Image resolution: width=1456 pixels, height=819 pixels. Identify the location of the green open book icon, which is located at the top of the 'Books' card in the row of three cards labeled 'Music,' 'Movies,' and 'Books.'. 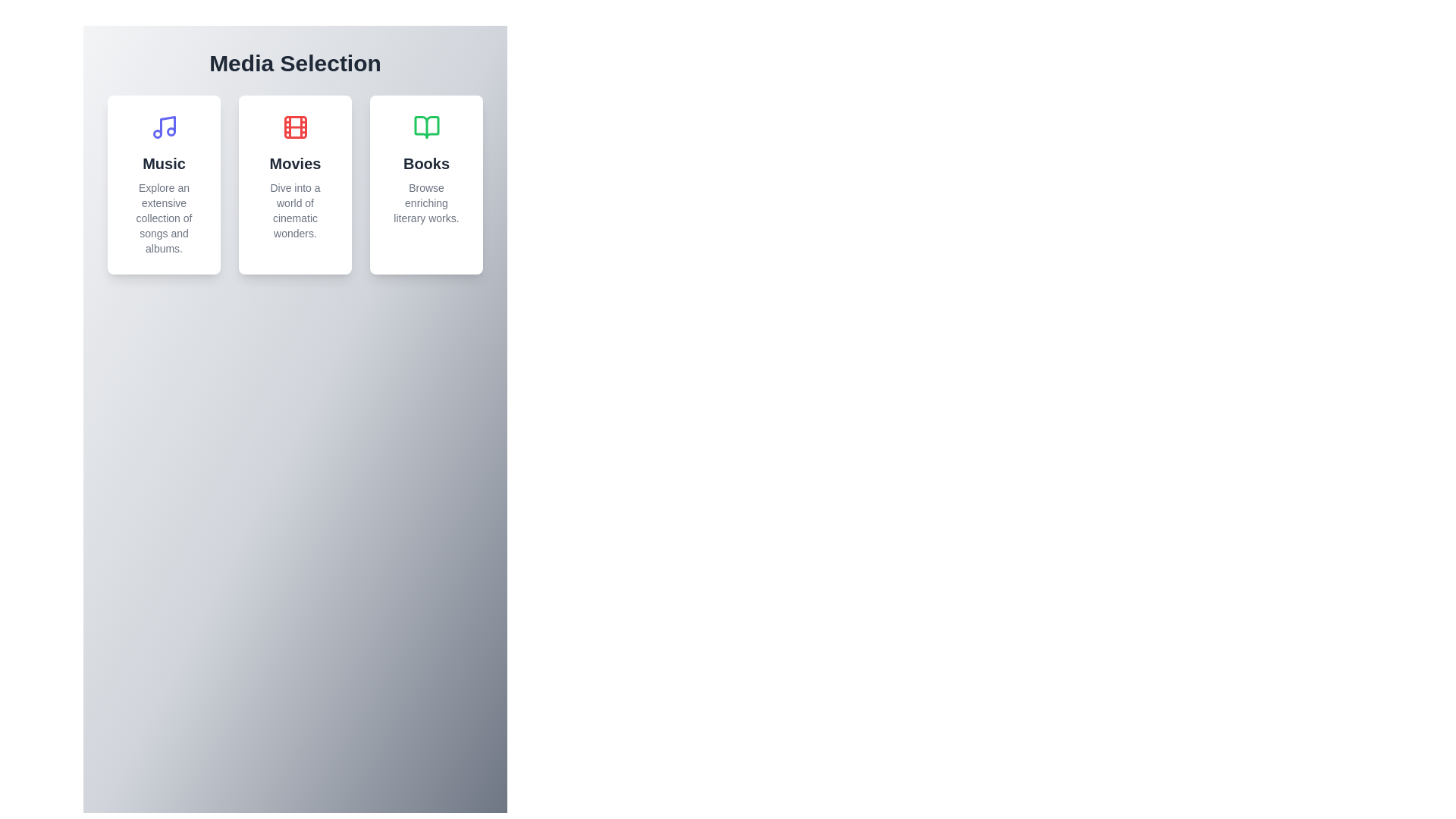
(425, 127).